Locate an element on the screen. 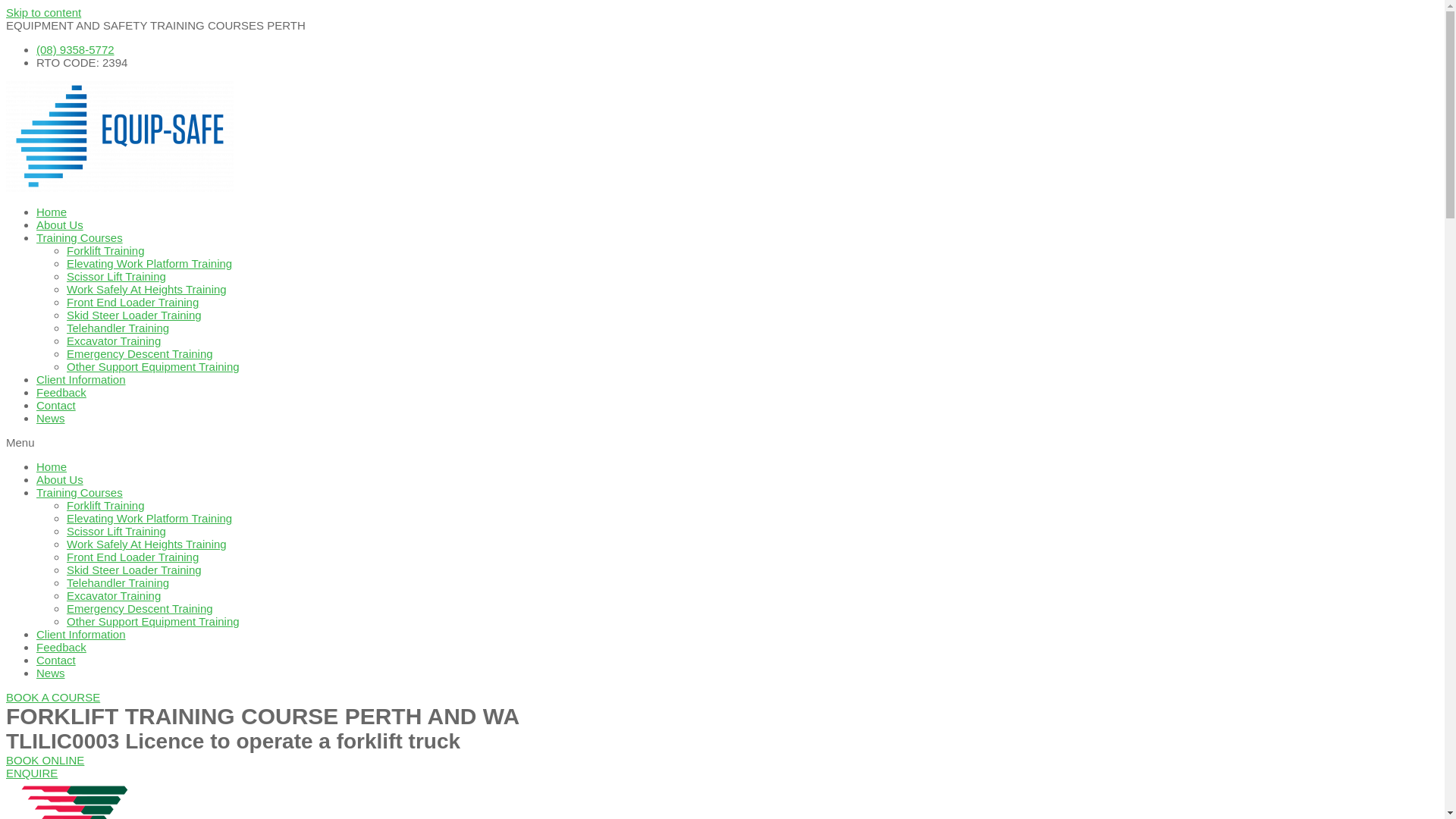  'Scissor Lift Training' is located at coordinates (65, 530).